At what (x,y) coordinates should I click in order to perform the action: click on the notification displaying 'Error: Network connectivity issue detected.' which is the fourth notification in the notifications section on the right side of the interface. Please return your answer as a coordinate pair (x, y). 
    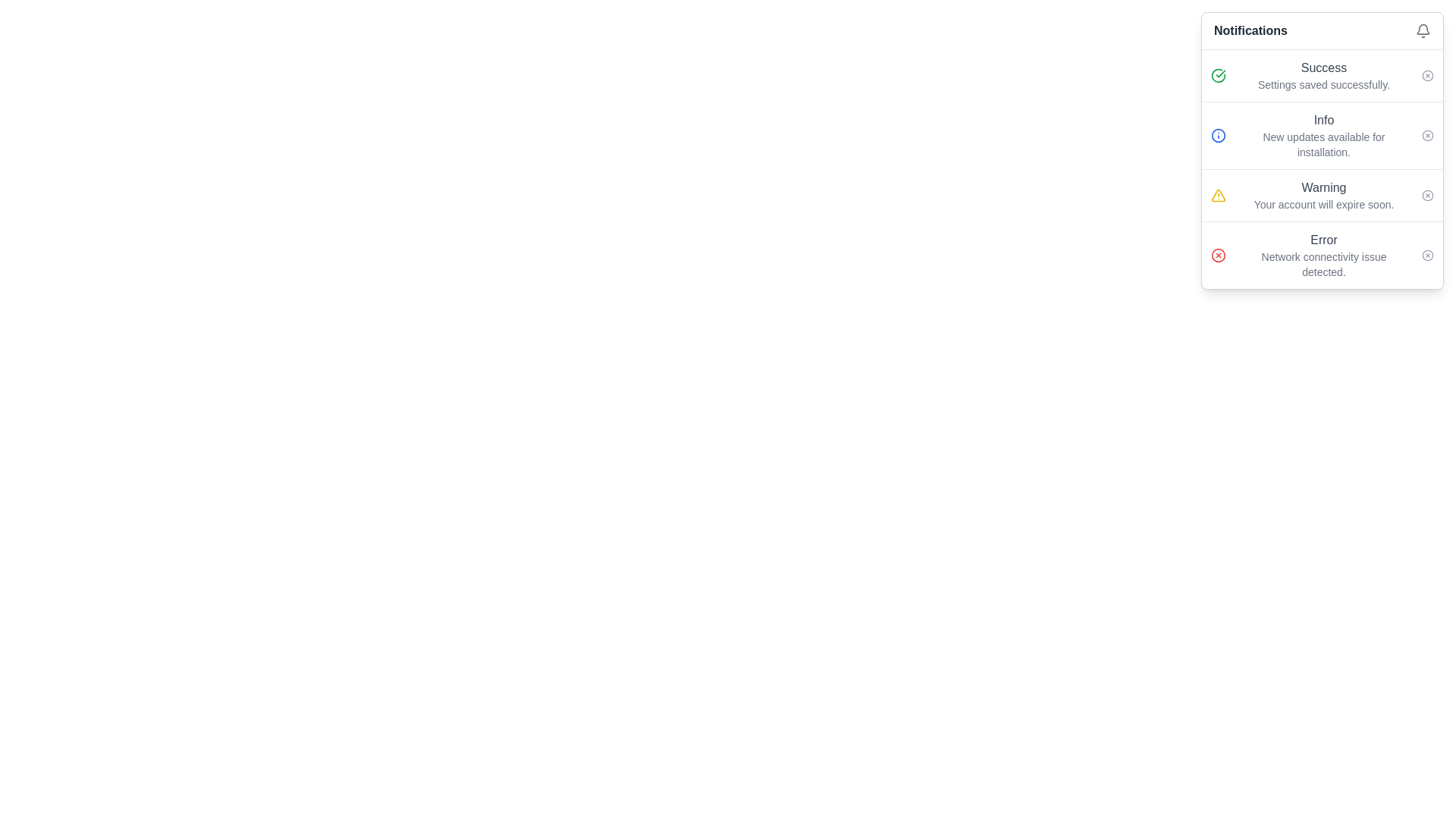
    Looking at the image, I should click on (1323, 254).